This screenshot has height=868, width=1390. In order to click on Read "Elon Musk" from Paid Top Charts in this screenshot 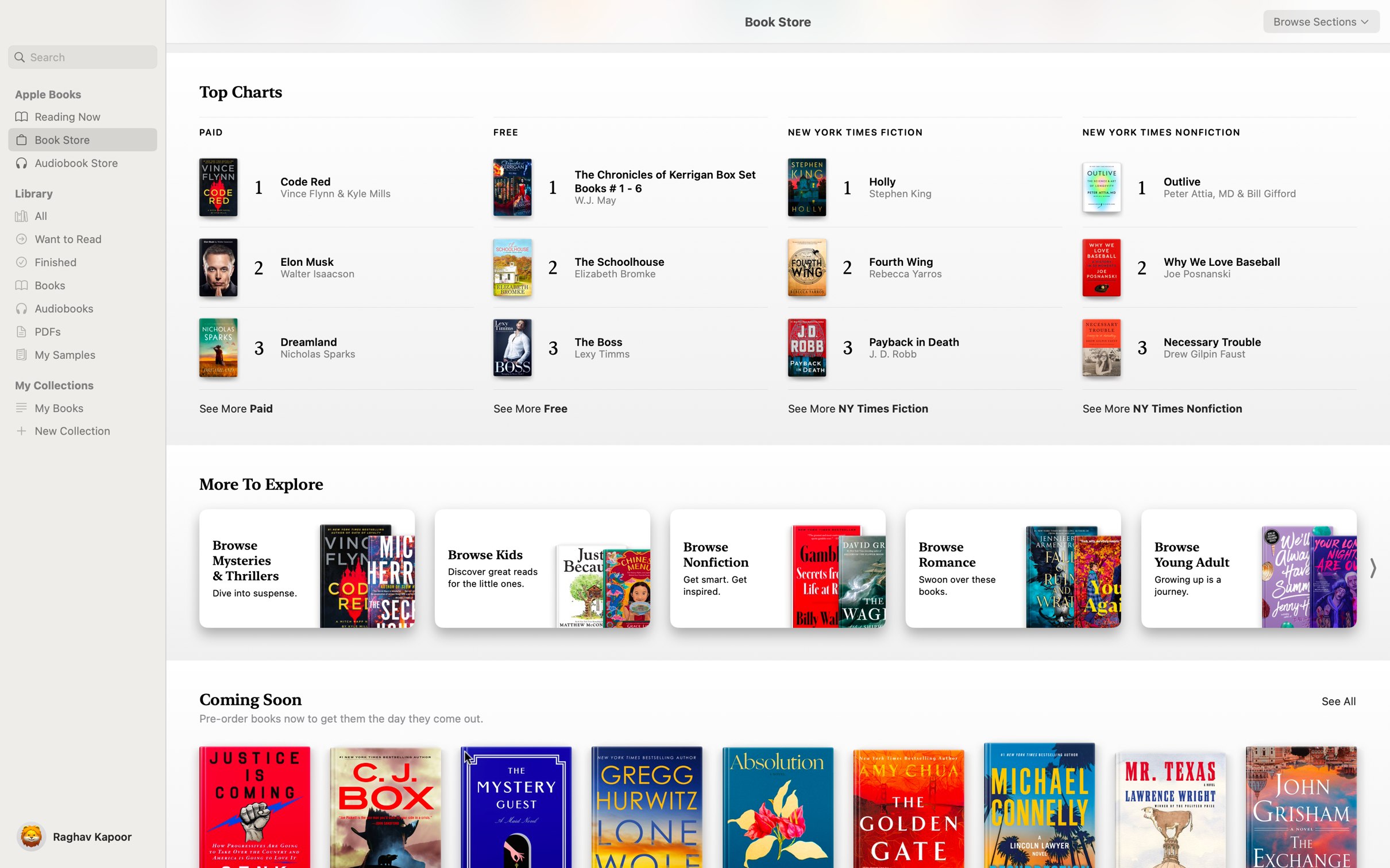, I will do `click(325, 269)`.